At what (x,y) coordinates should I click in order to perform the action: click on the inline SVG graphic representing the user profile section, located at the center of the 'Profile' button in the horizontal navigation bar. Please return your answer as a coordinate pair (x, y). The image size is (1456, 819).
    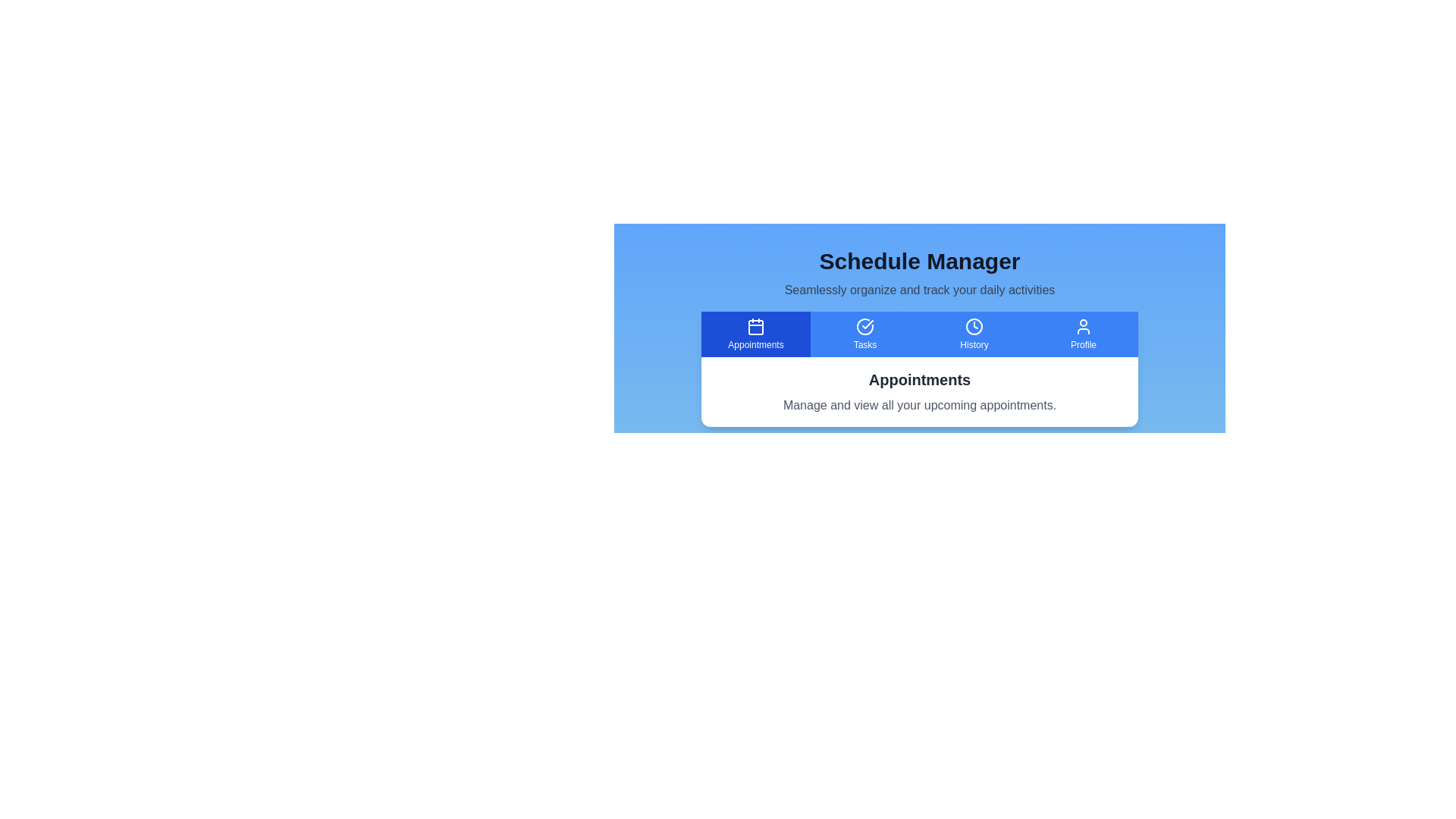
    Looking at the image, I should click on (1083, 326).